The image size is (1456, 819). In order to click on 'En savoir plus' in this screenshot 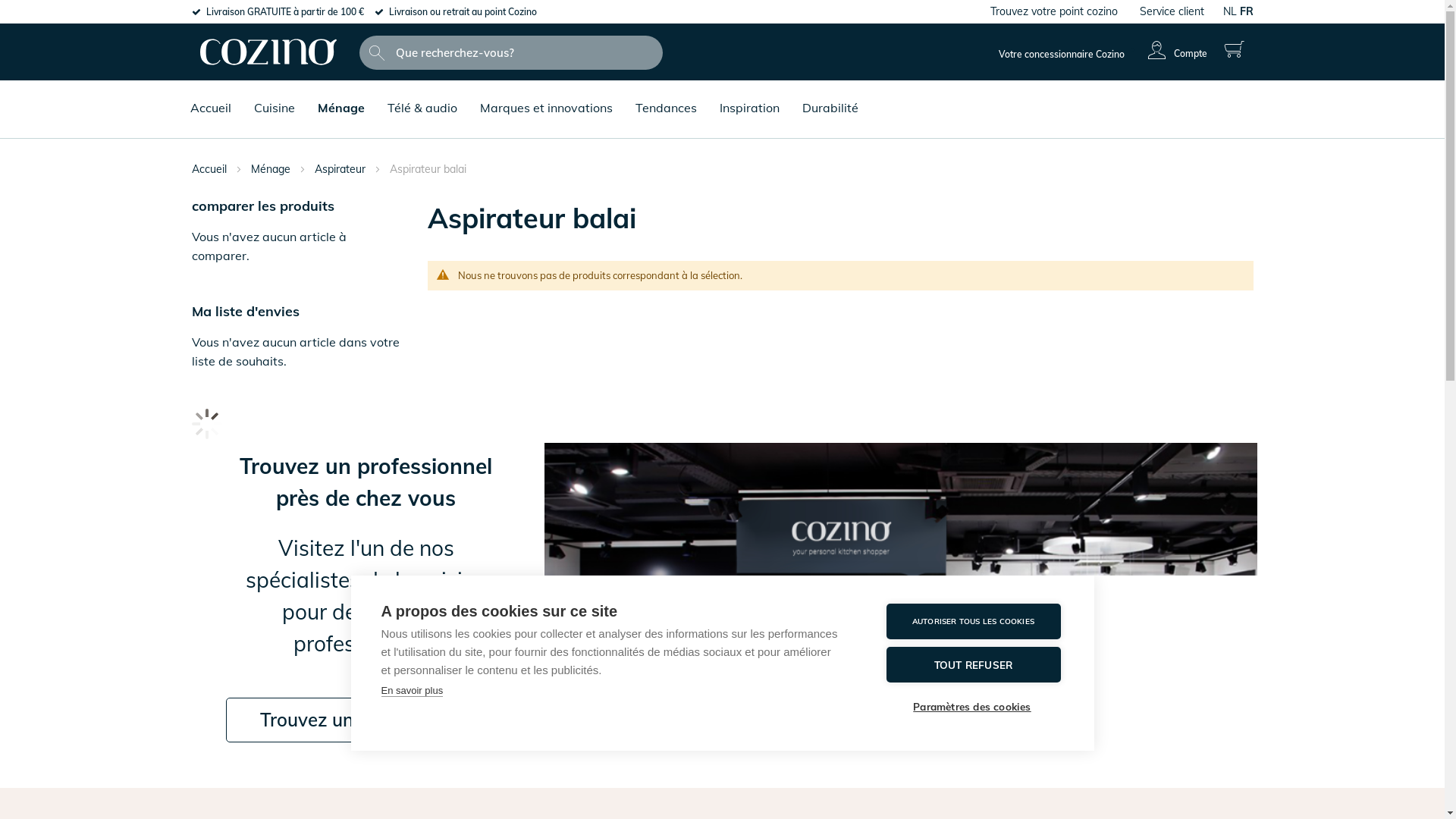, I will do `click(381, 690)`.